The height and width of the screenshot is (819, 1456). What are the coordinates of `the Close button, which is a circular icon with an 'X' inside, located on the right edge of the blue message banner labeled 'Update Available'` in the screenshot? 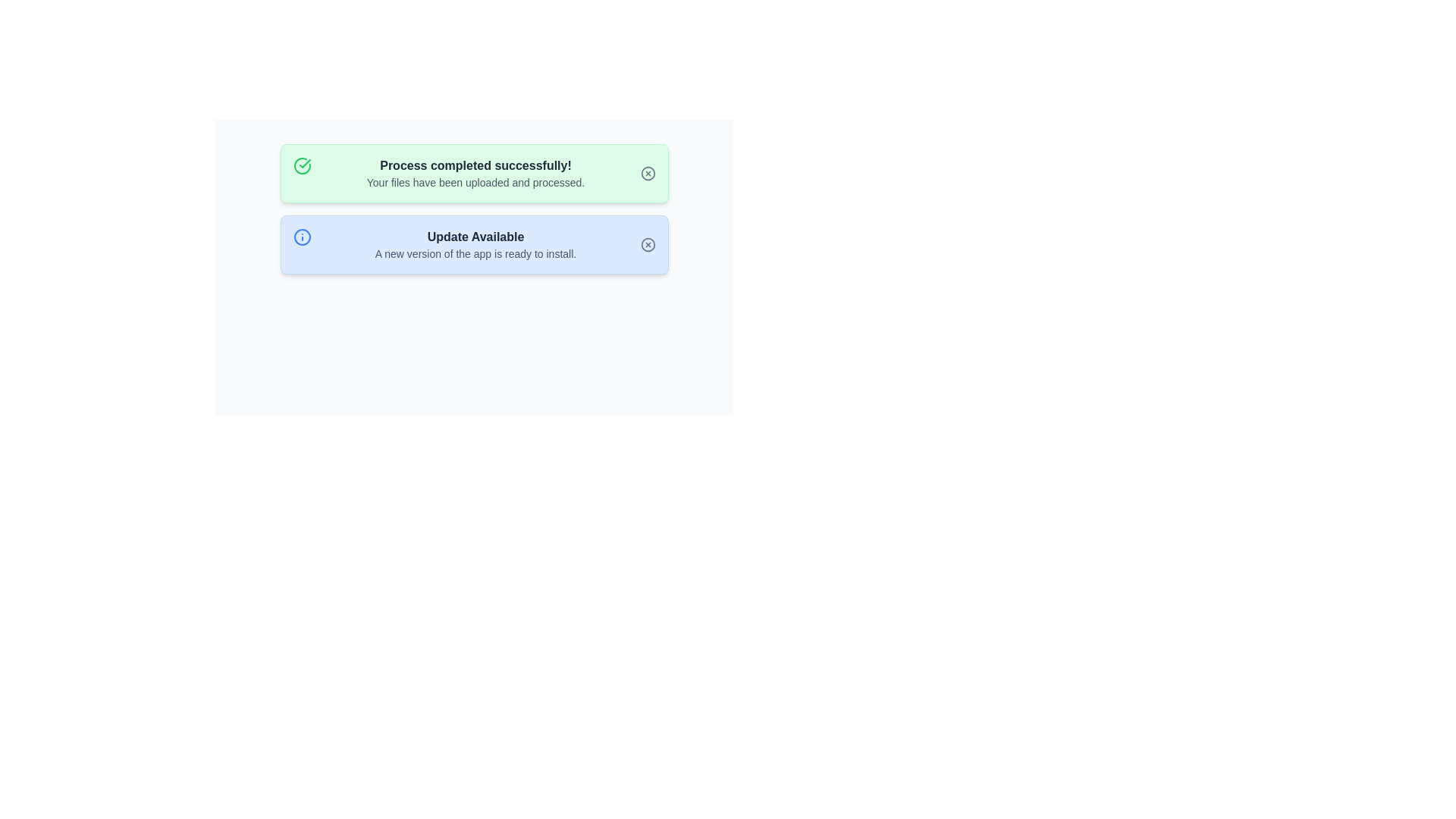 It's located at (648, 244).